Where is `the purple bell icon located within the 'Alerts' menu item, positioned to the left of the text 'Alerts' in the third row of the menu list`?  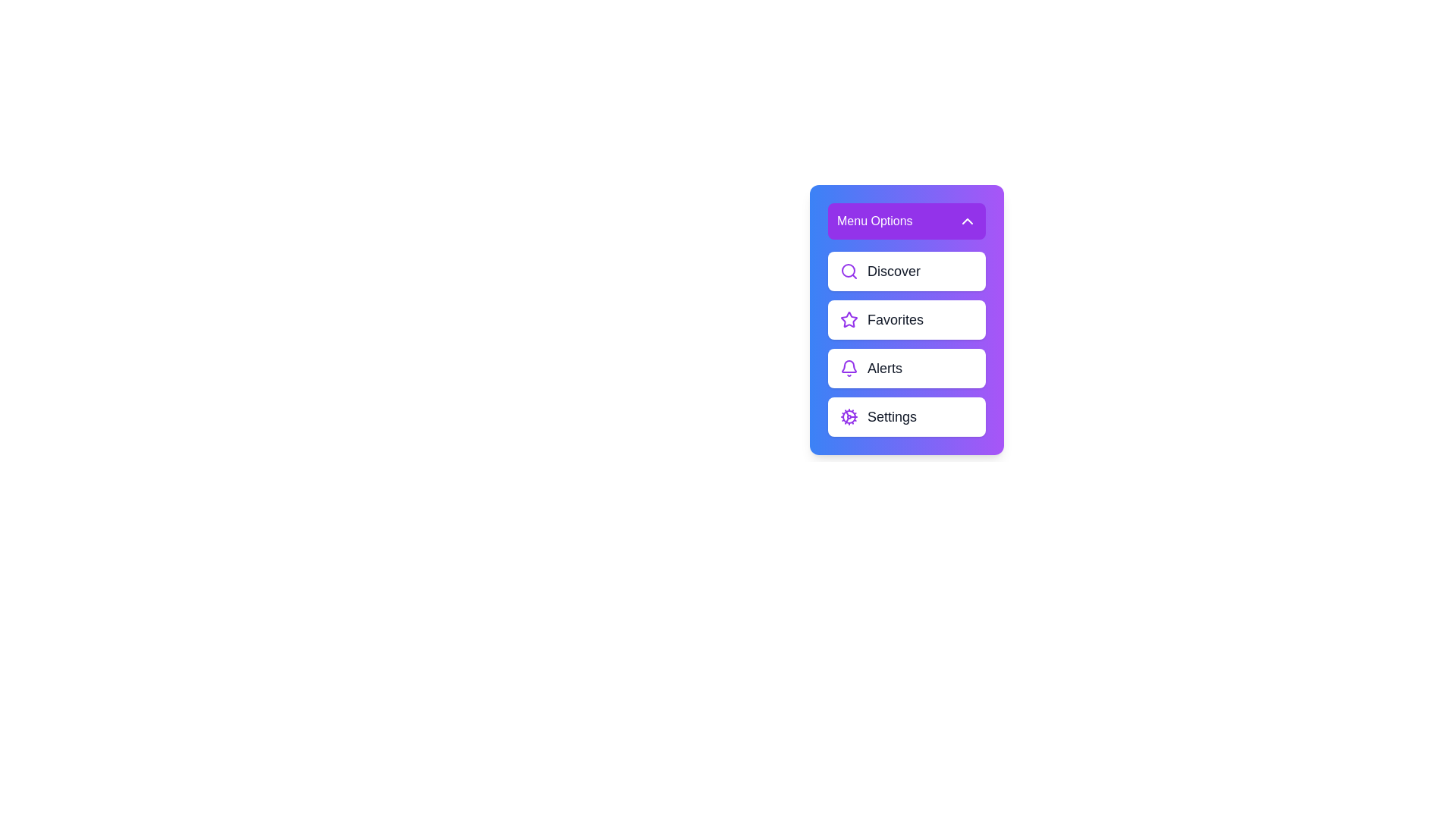 the purple bell icon located within the 'Alerts' menu item, positioned to the left of the text 'Alerts' in the third row of the menu list is located at coordinates (848, 369).